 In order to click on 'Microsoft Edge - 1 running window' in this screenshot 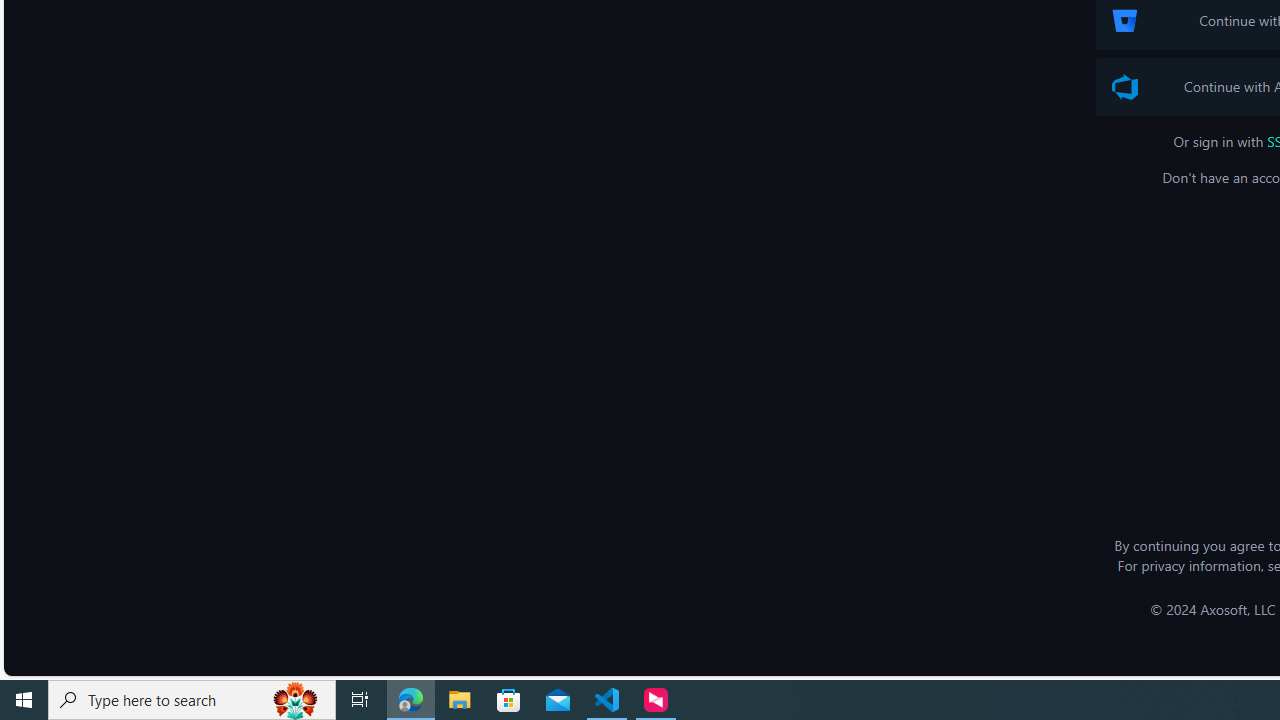, I will do `click(410, 698)`.